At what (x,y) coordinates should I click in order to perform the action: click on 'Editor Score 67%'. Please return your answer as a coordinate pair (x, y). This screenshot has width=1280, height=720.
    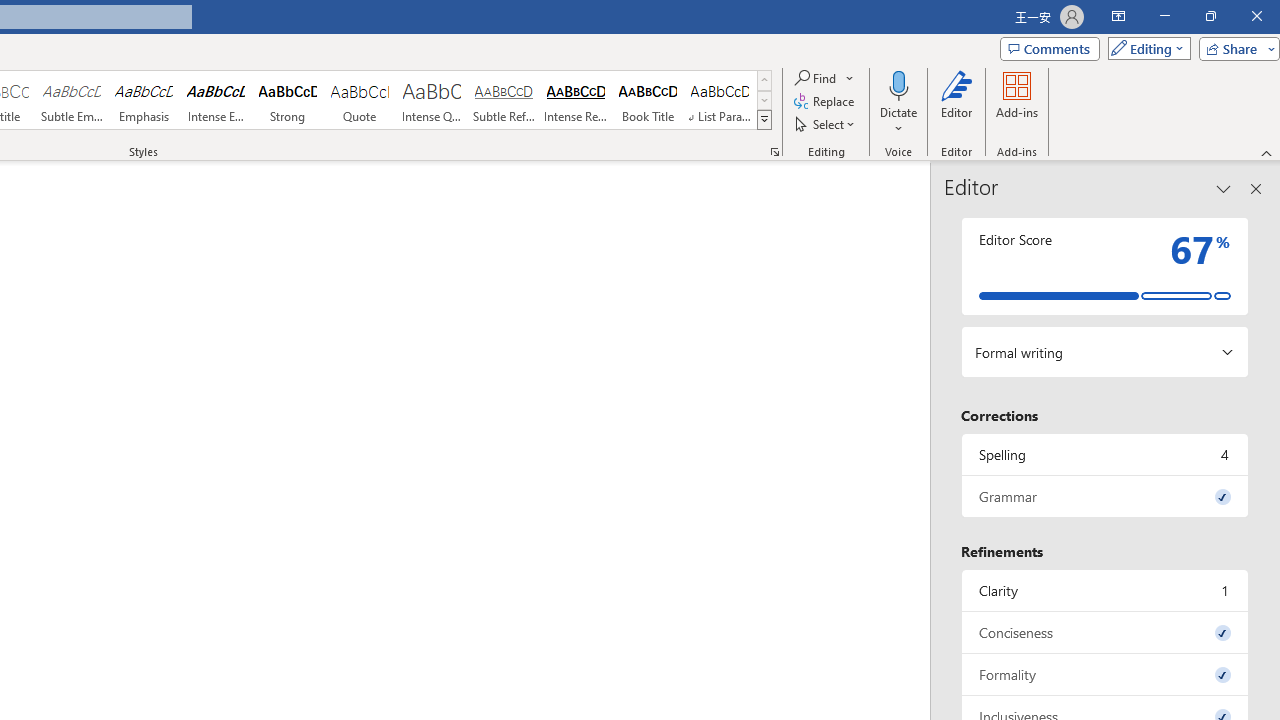
    Looking at the image, I should click on (1104, 265).